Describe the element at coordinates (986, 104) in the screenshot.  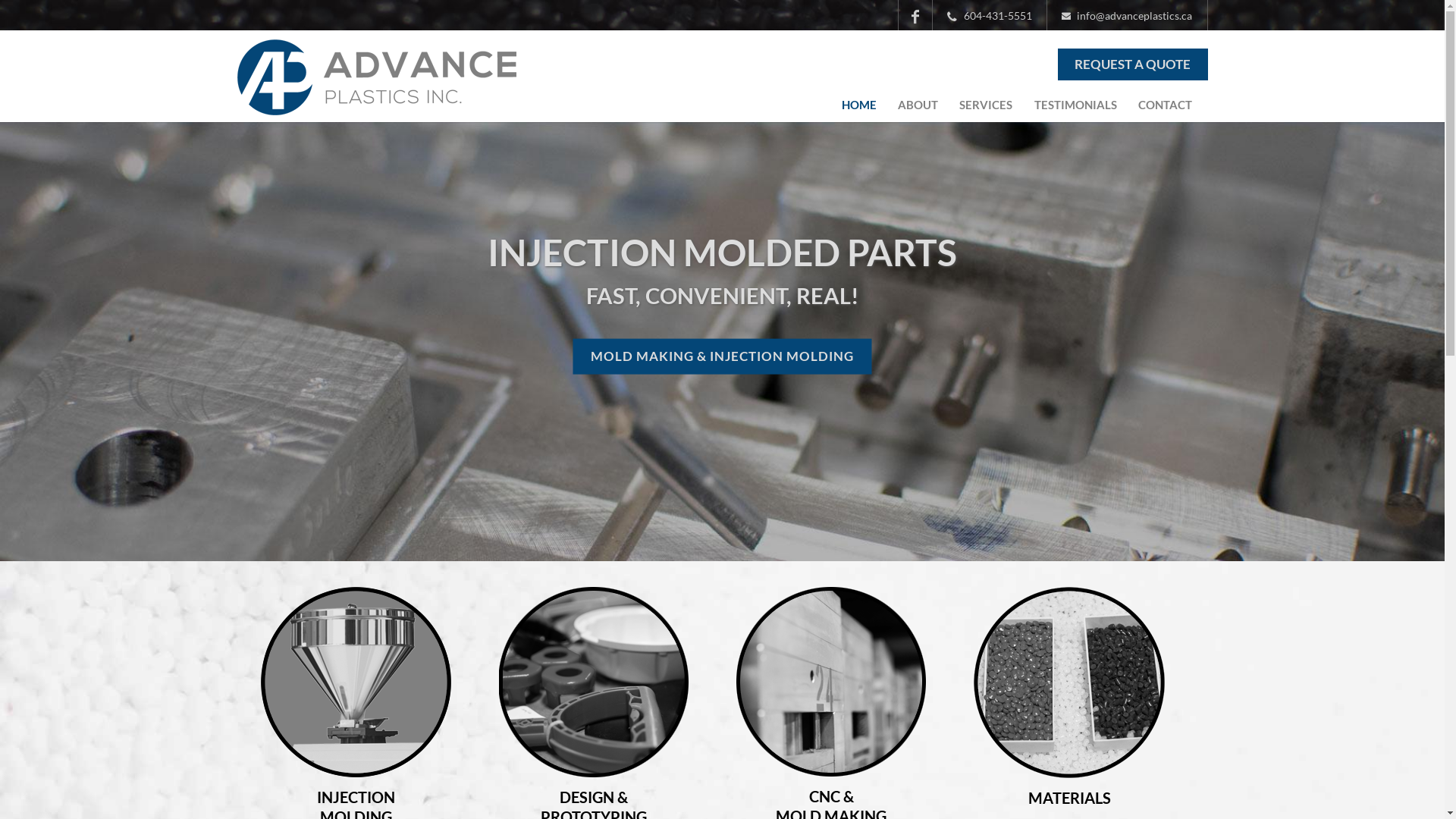
I see `'SERVICES'` at that location.